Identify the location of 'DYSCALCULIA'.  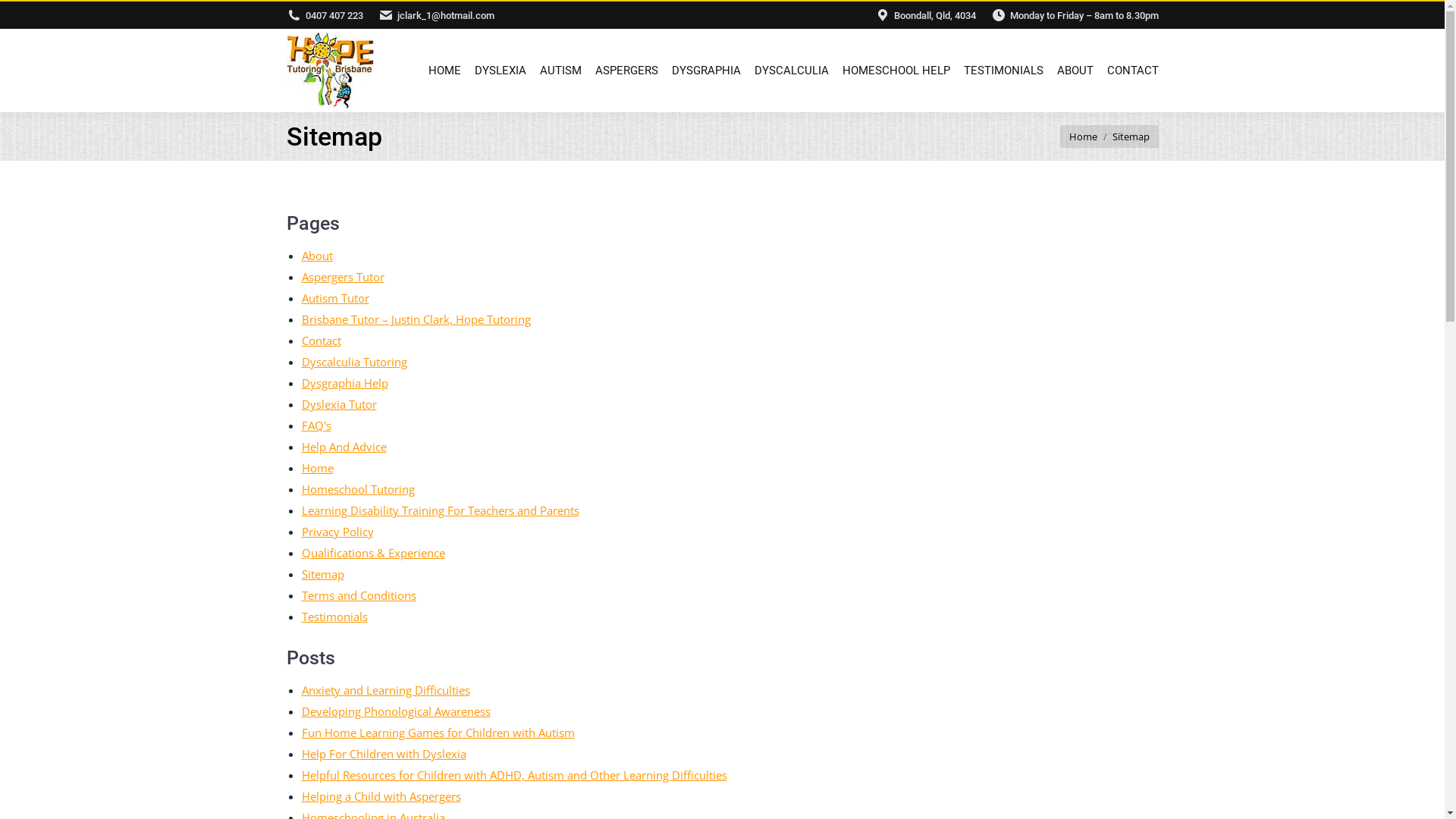
(787, 70).